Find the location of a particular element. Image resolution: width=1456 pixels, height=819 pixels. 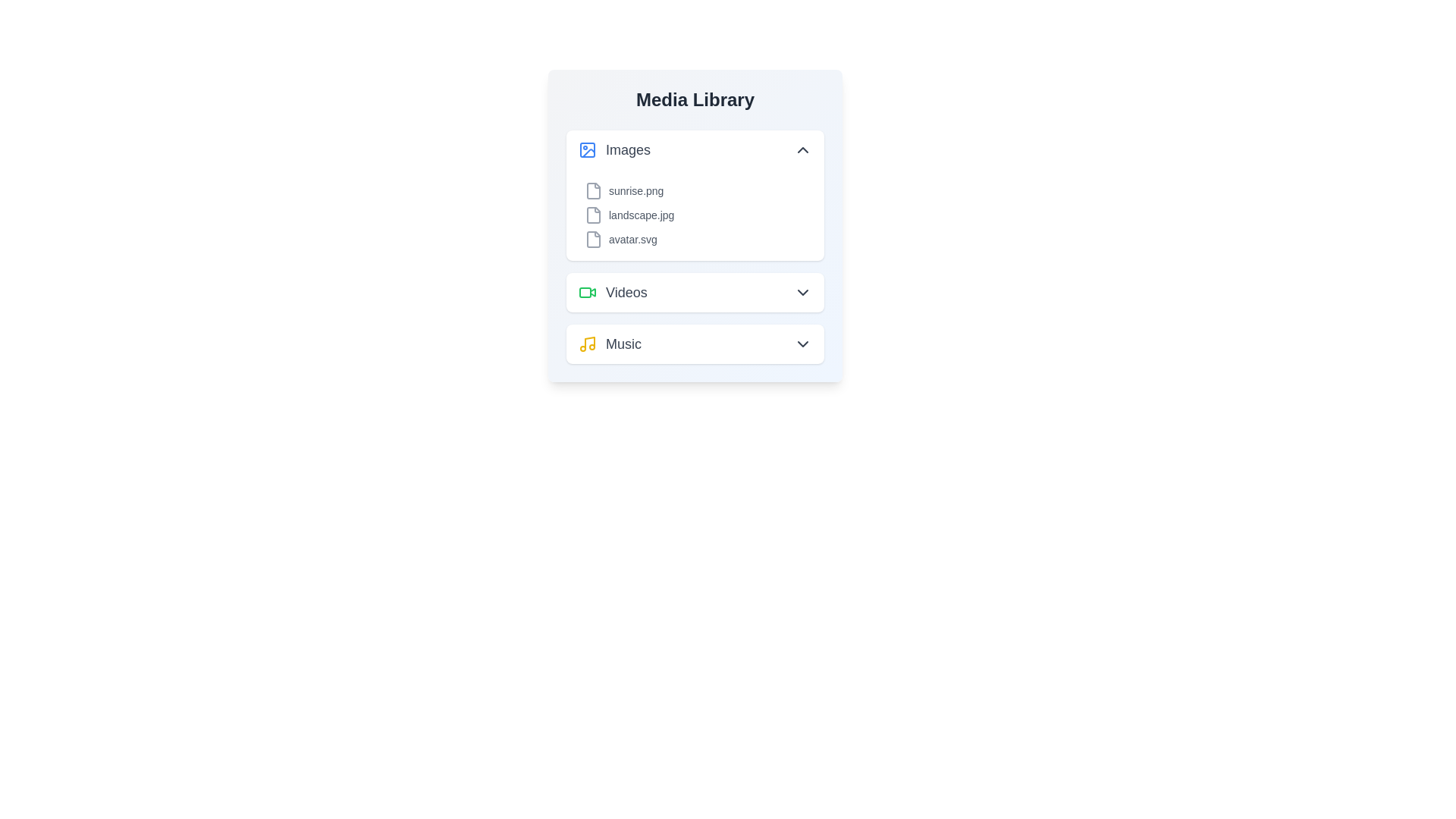

the text label displaying 'avatar.svg' is located at coordinates (632, 239).